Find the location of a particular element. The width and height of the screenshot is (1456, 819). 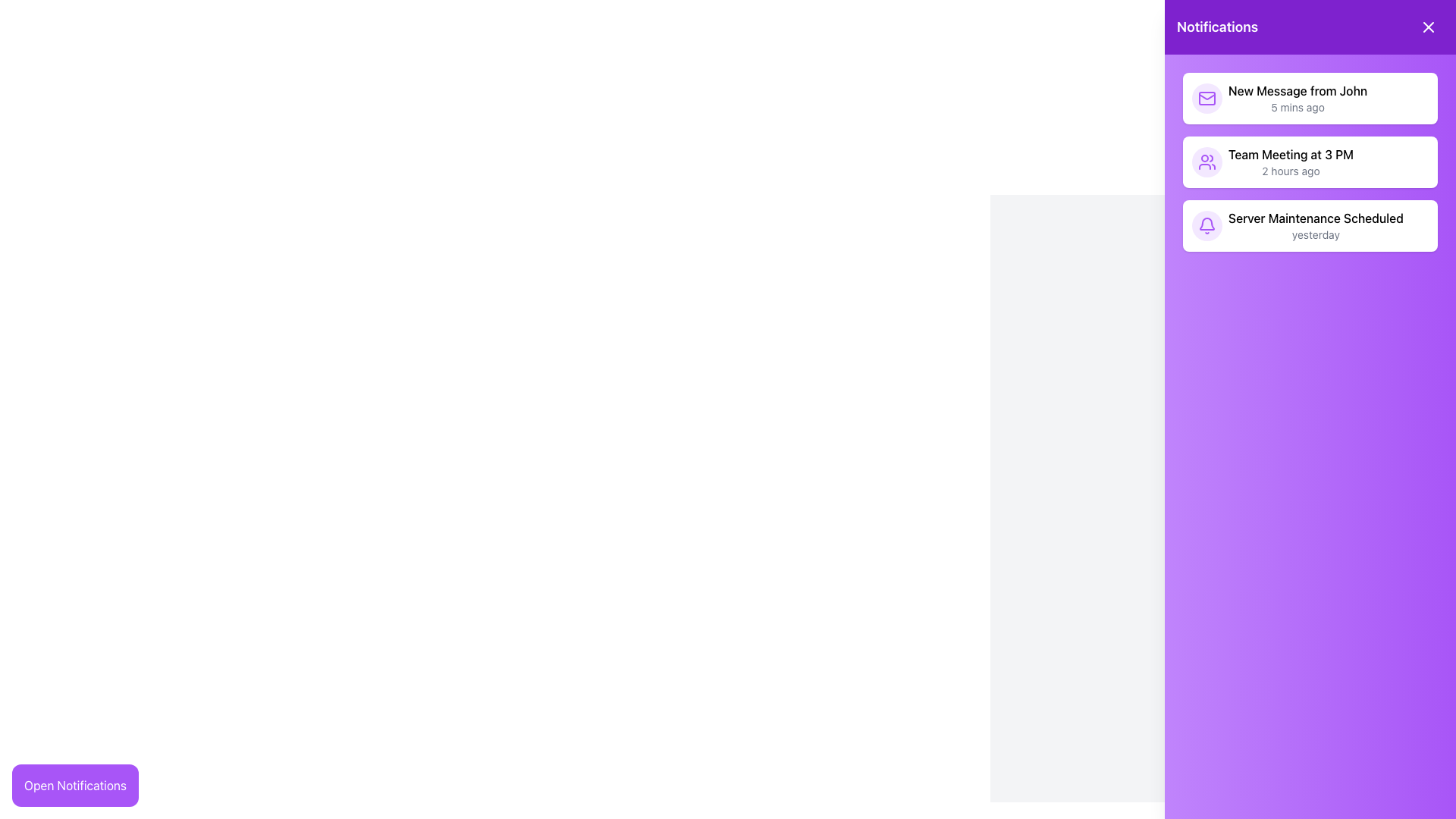

text of the second notification element in the notifications section, which contains 'Team Meeting at 3 PM' and '2 hours ago' is located at coordinates (1290, 162).